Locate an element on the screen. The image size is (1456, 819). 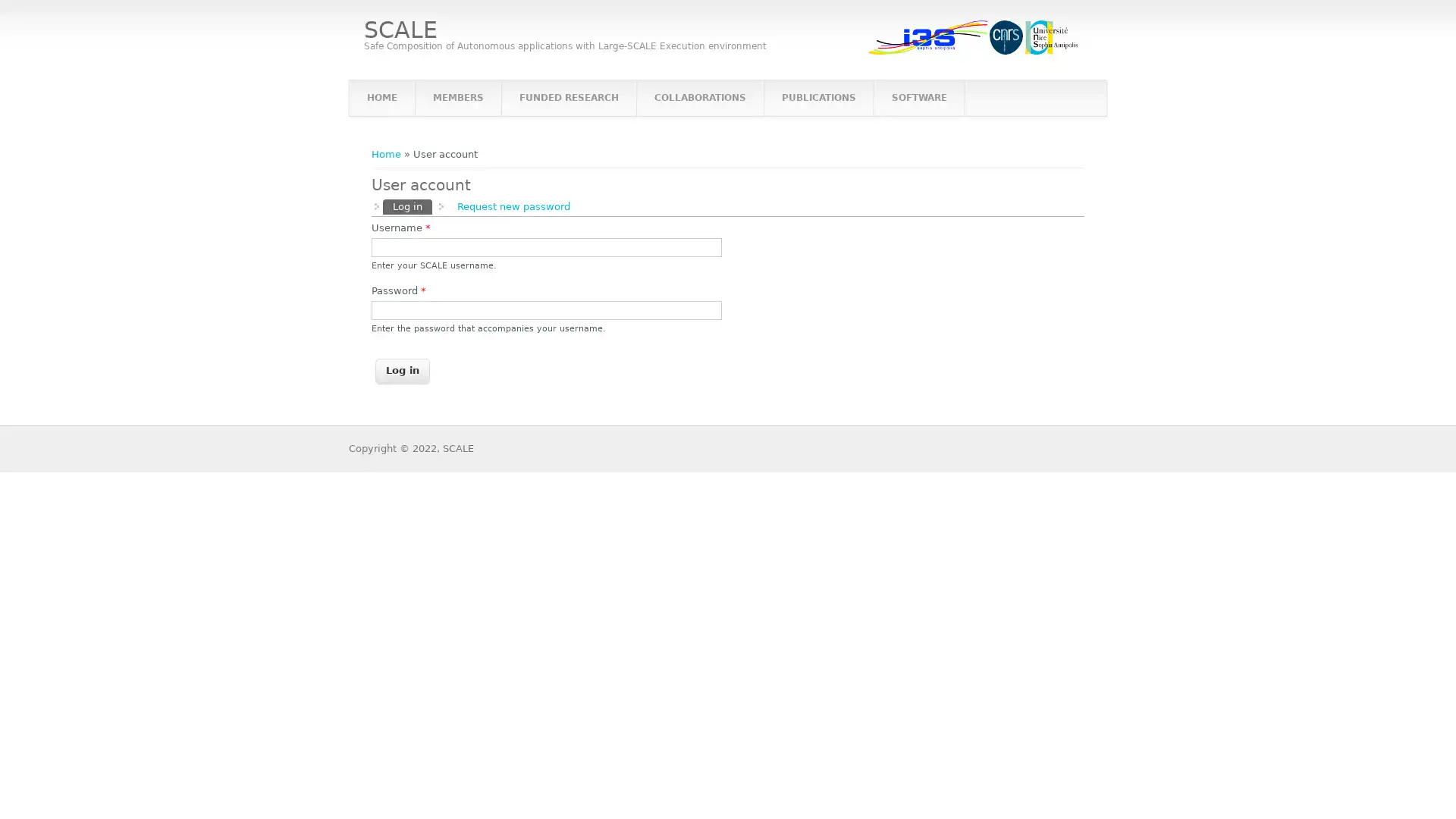
Log in is located at coordinates (403, 371).